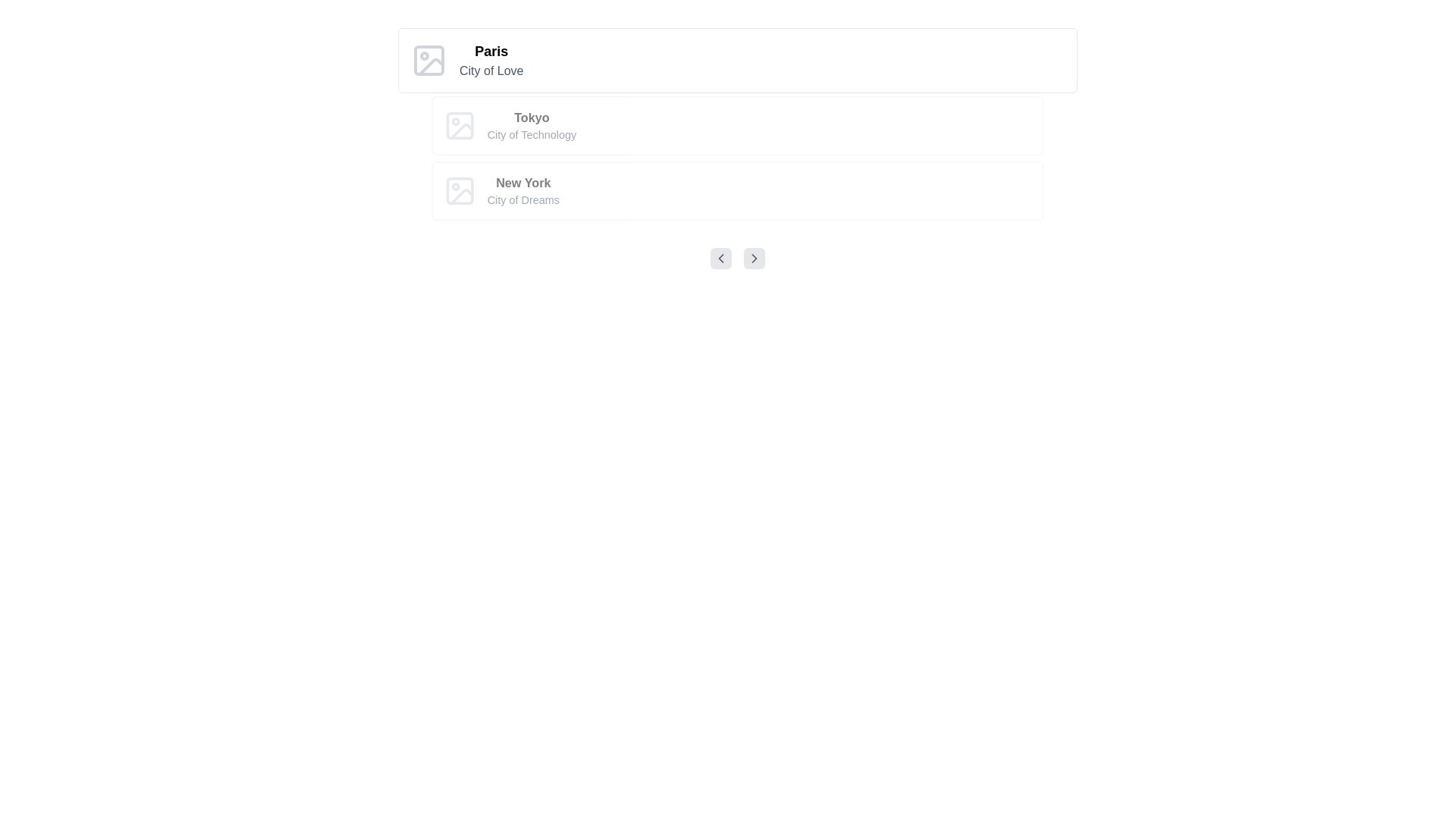 Image resolution: width=1456 pixels, height=819 pixels. Describe the element at coordinates (491, 71) in the screenshot. I see `the text label reading 'City of Love', which is styled in gray and positioned below the bold title 'Paris'` at that location.